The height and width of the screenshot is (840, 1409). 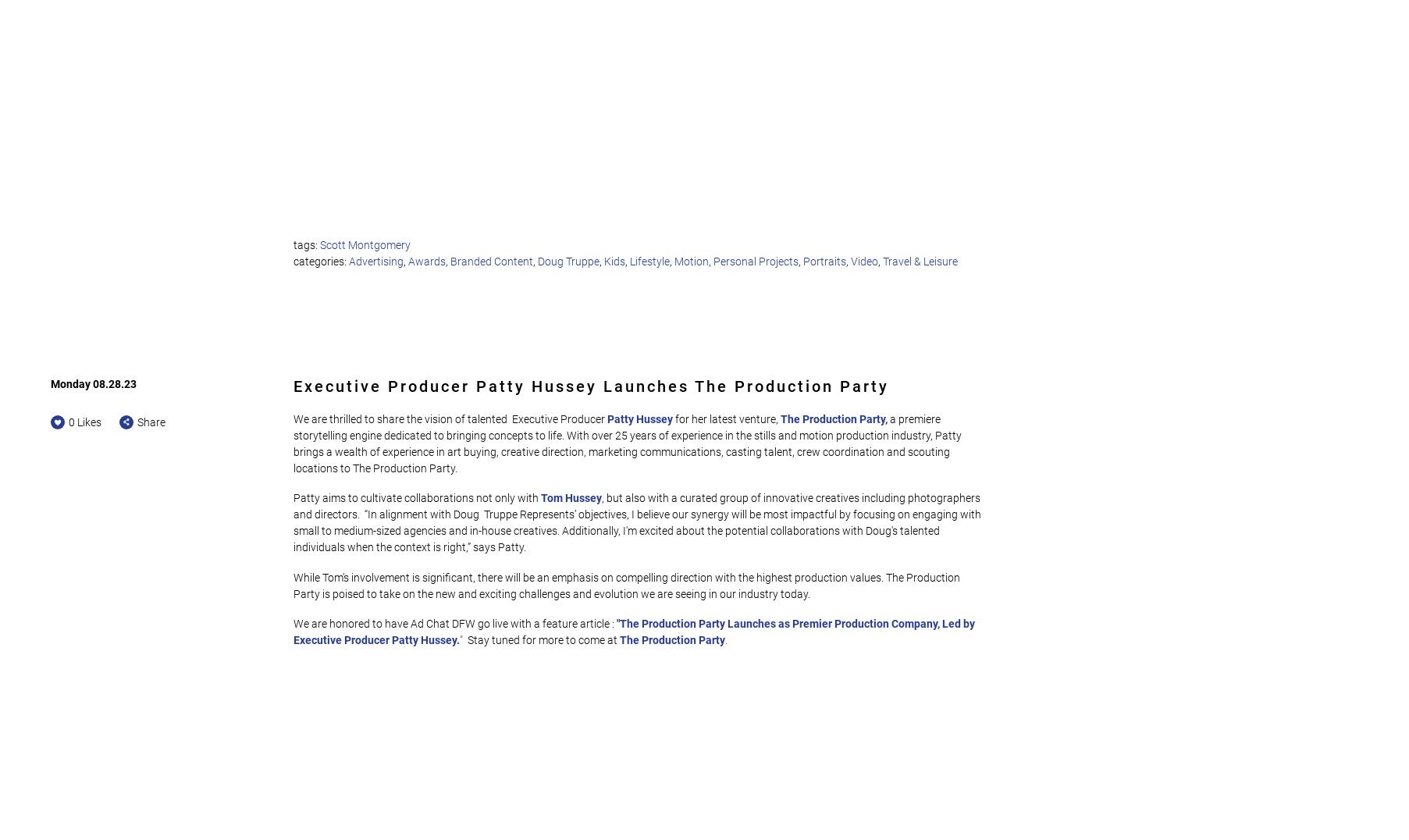 What do you see at coordinates (460, 639) in the screenshot?
I see `'"'` at bounding box center [460, 639].